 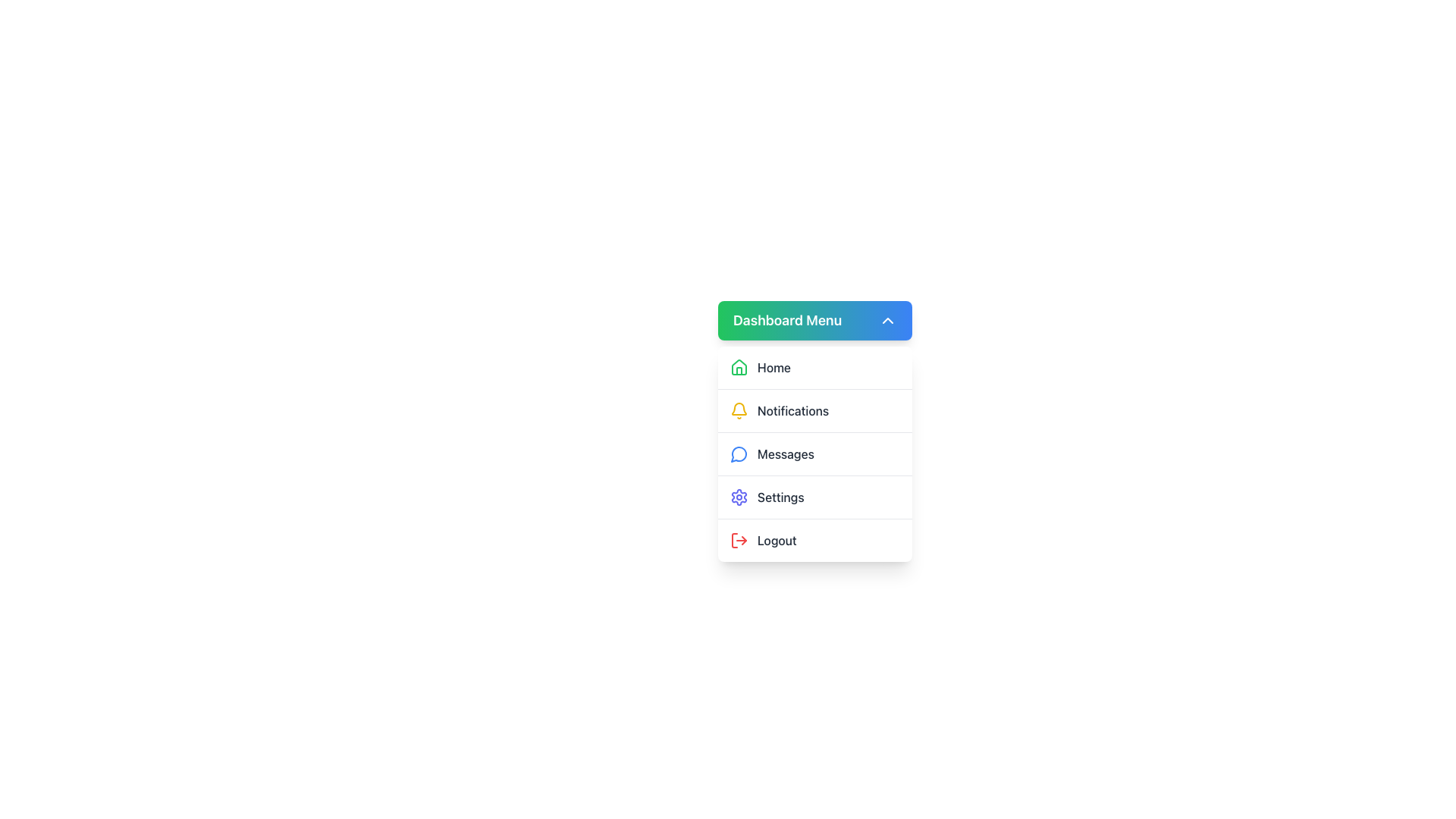 I want to click on the text label displaying 'Messages' in the navigation menu, which is styled with medium-sized, bold font and located in the top-right corner of the interface, so click(x=786, y=453).